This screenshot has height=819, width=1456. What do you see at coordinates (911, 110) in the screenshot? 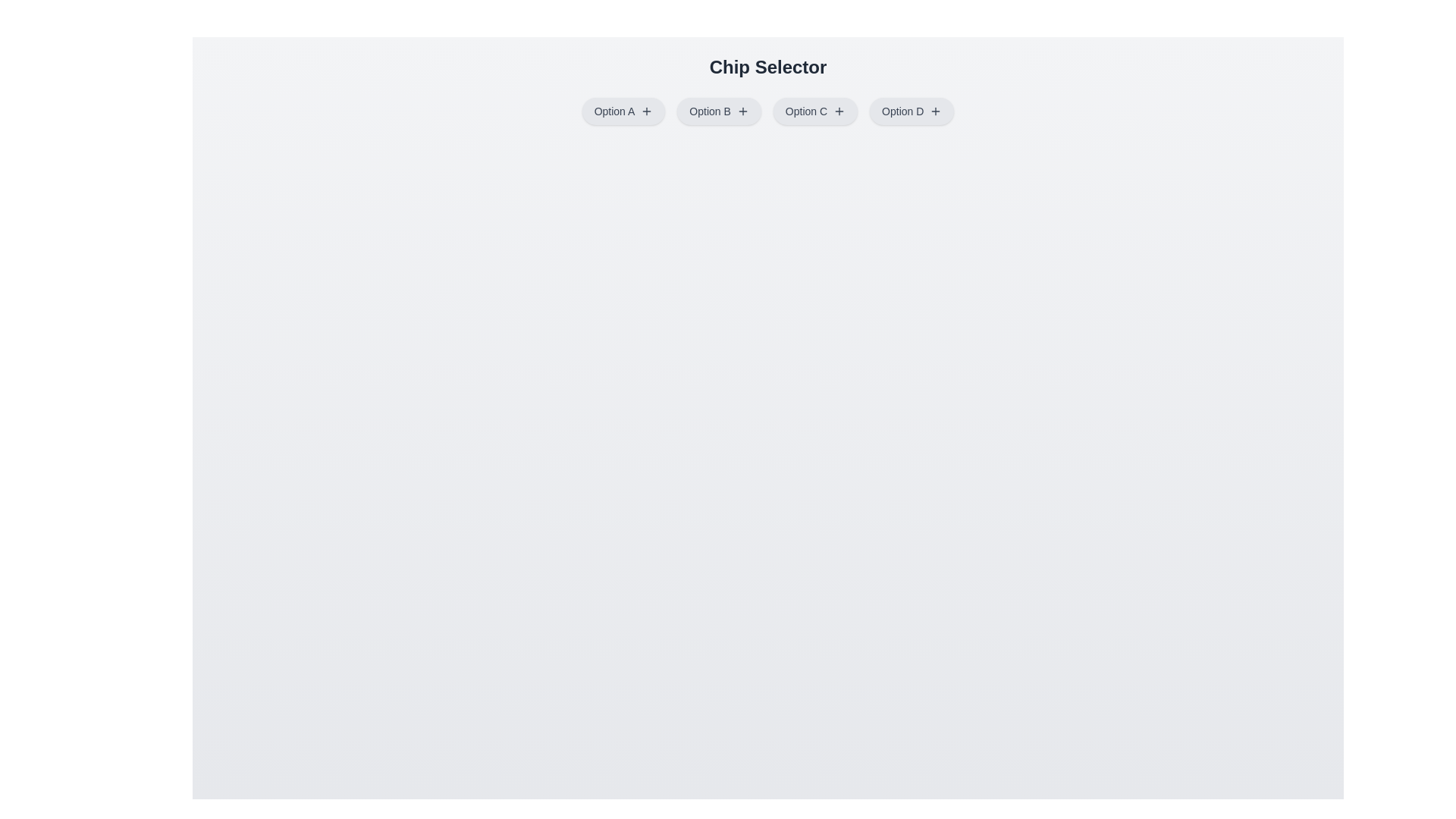
I see `the chip labeled Option D` at bounding box center [911, 110].